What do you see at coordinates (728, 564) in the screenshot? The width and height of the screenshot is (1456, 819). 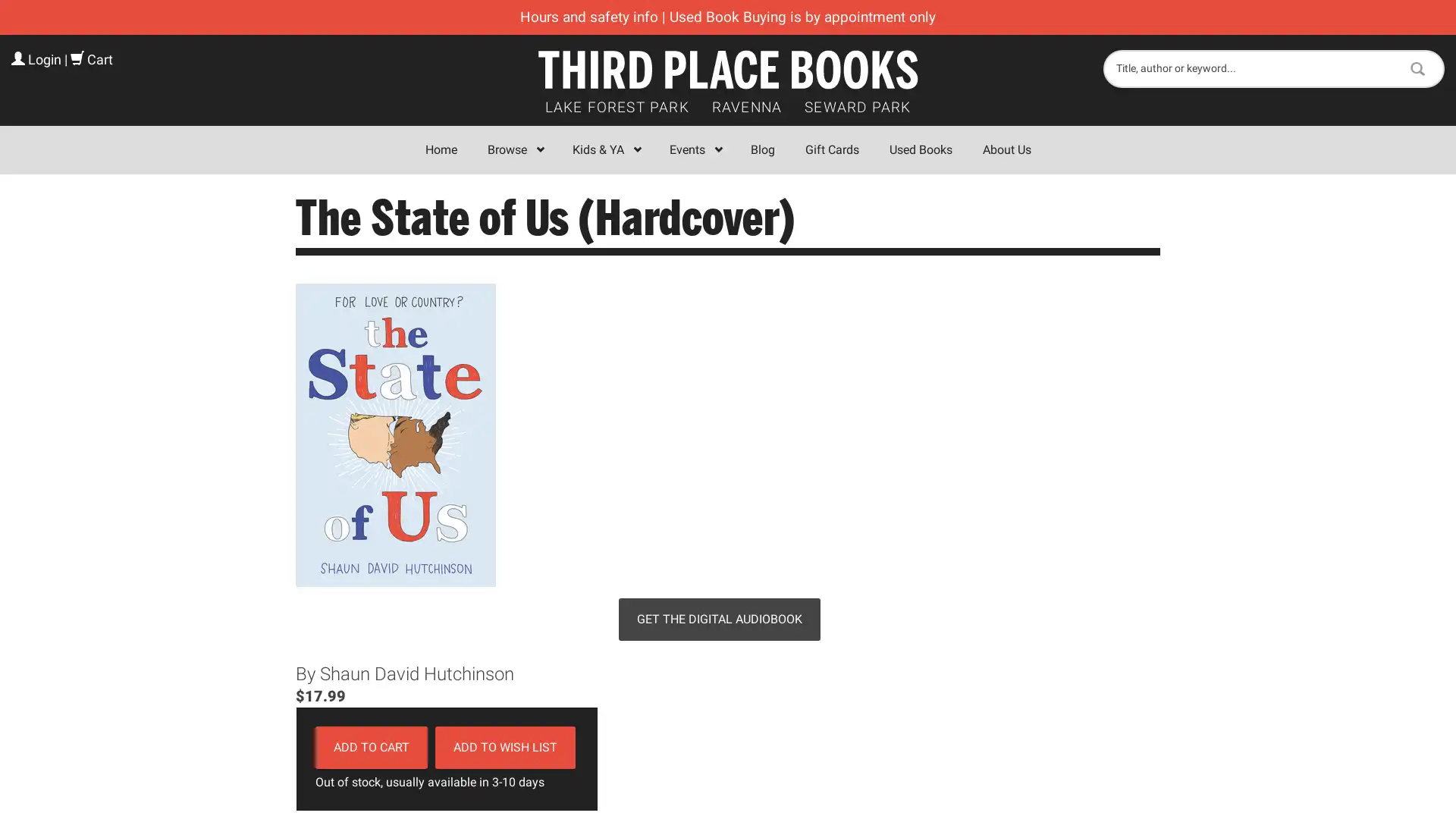 I see `Sign Up!` at bounding box center [728, 564].